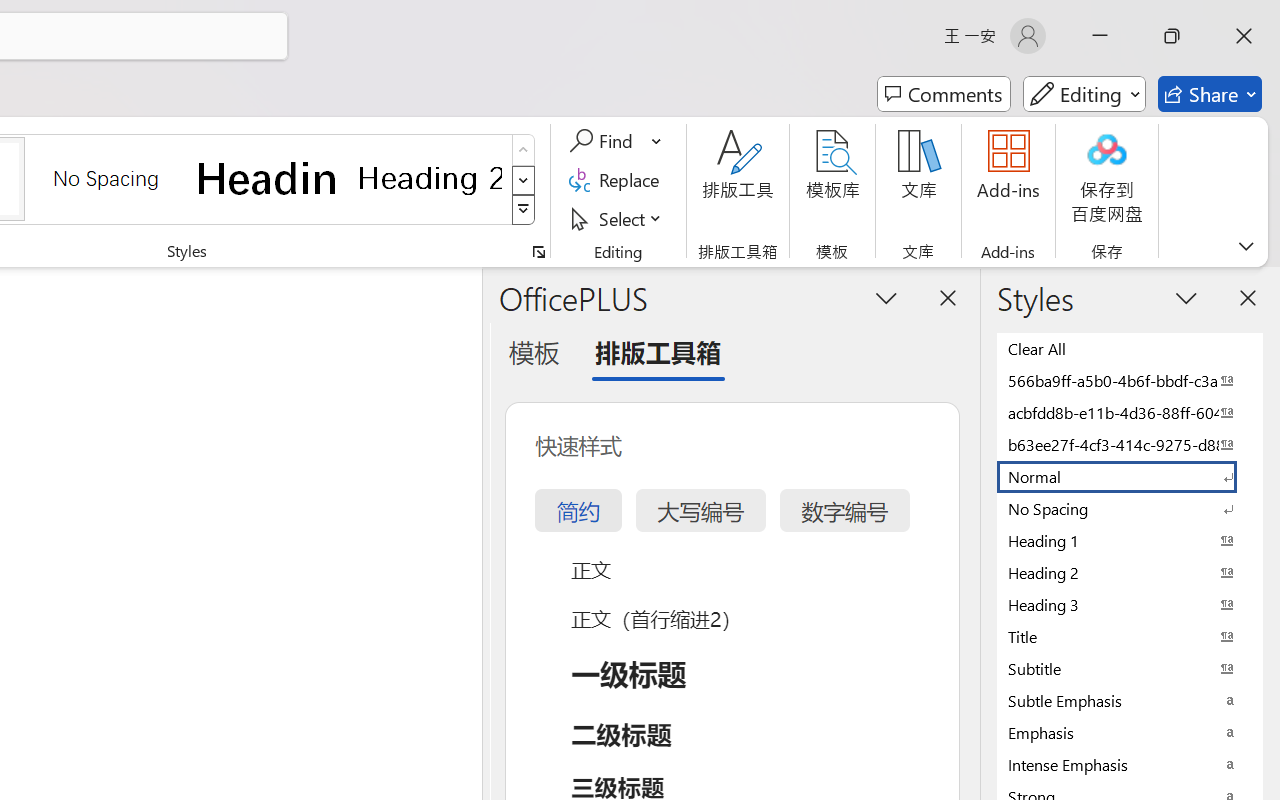 The width and height of the screenshot is (1280, 800). I want to click on 'Subtitle', so click(1130, 668).